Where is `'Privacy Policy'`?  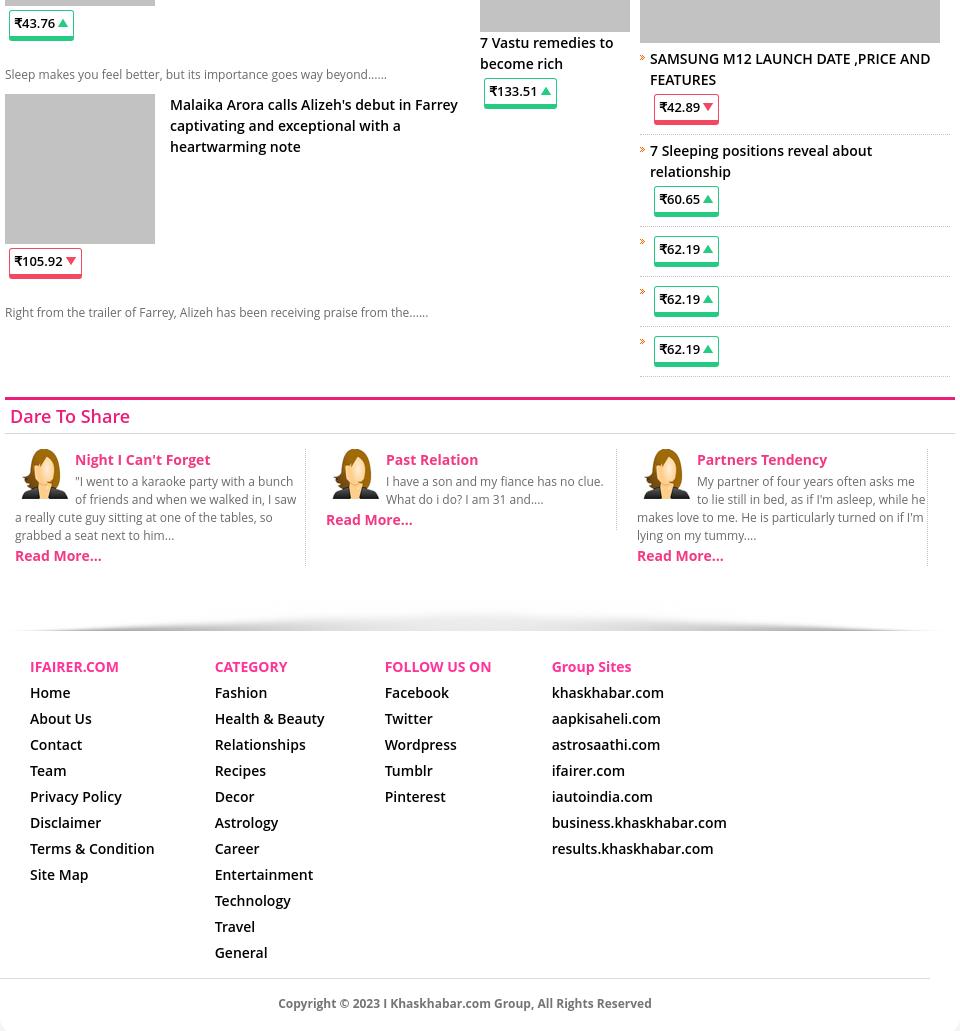
'Privacy Policy' is located at coordinates (75, 794).